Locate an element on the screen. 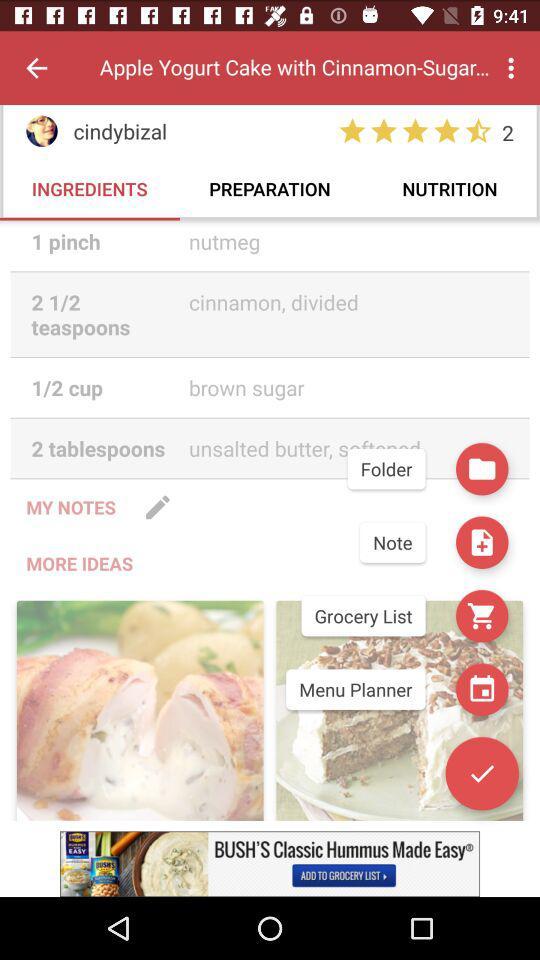  the cart icon is located at coordinates (481, 615).